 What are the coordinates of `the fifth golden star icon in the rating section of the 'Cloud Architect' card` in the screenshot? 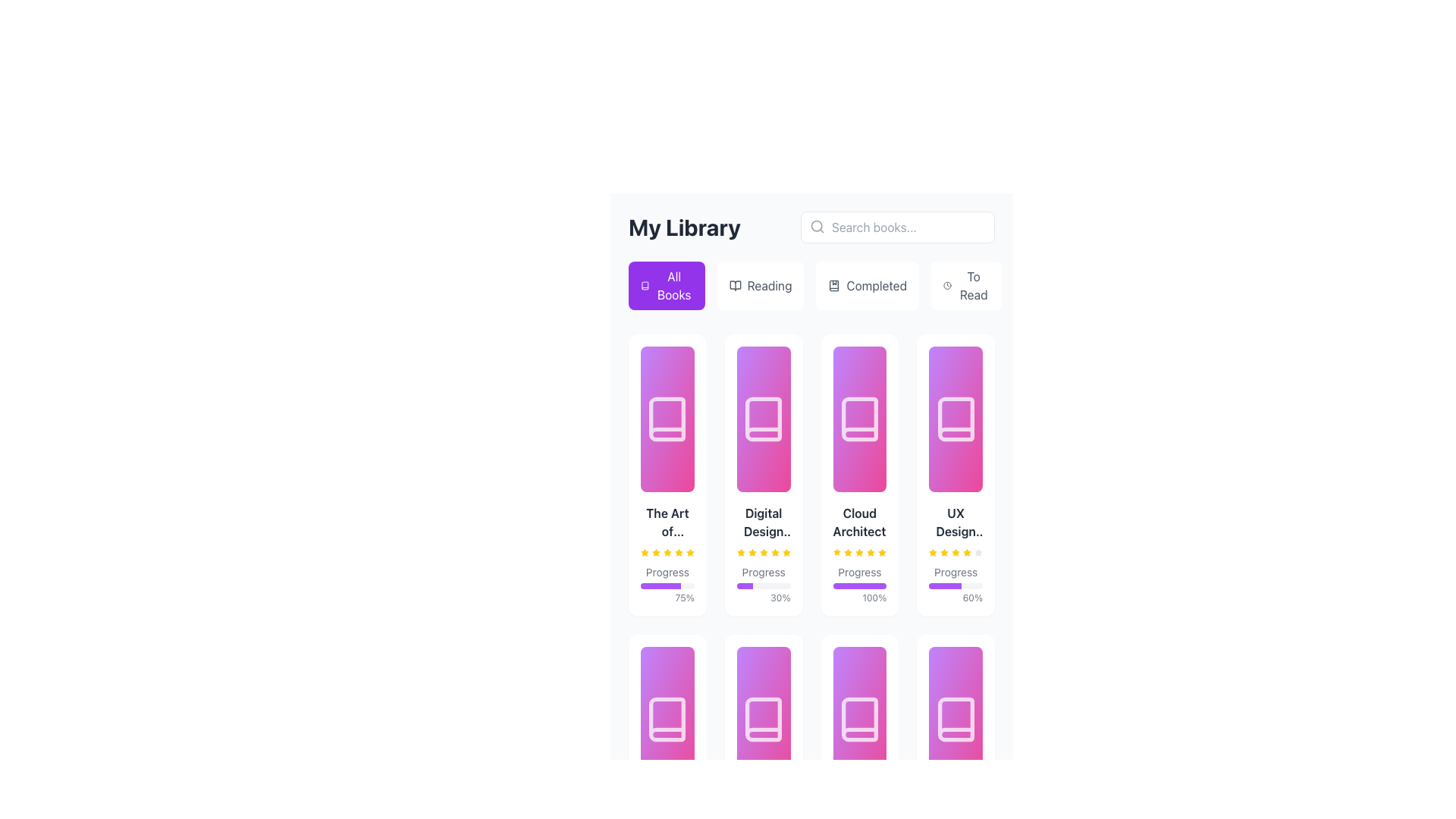 It's located at (882, 553).